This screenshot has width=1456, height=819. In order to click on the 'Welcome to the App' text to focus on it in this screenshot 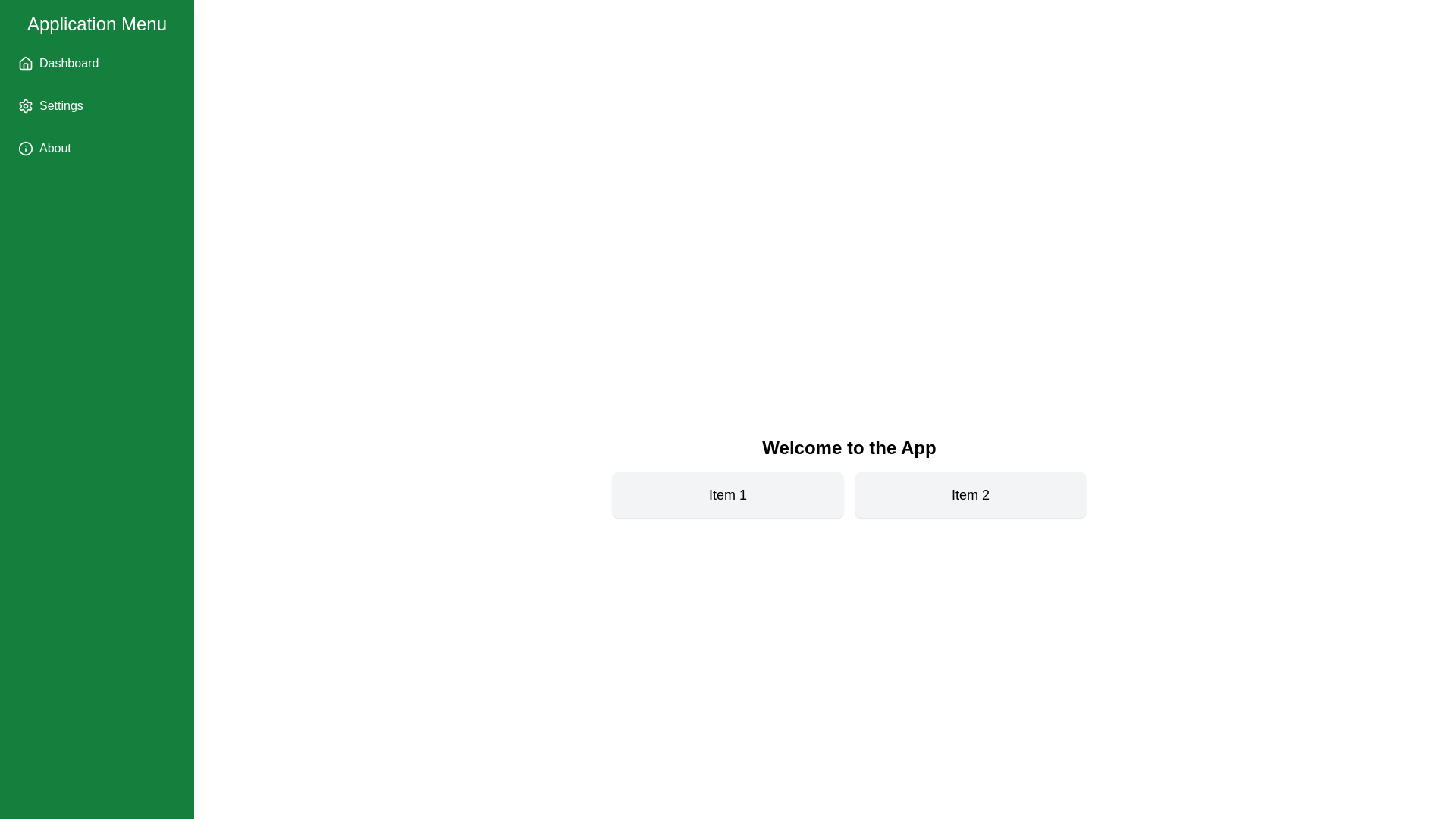, I will do `click(848, 447)`.